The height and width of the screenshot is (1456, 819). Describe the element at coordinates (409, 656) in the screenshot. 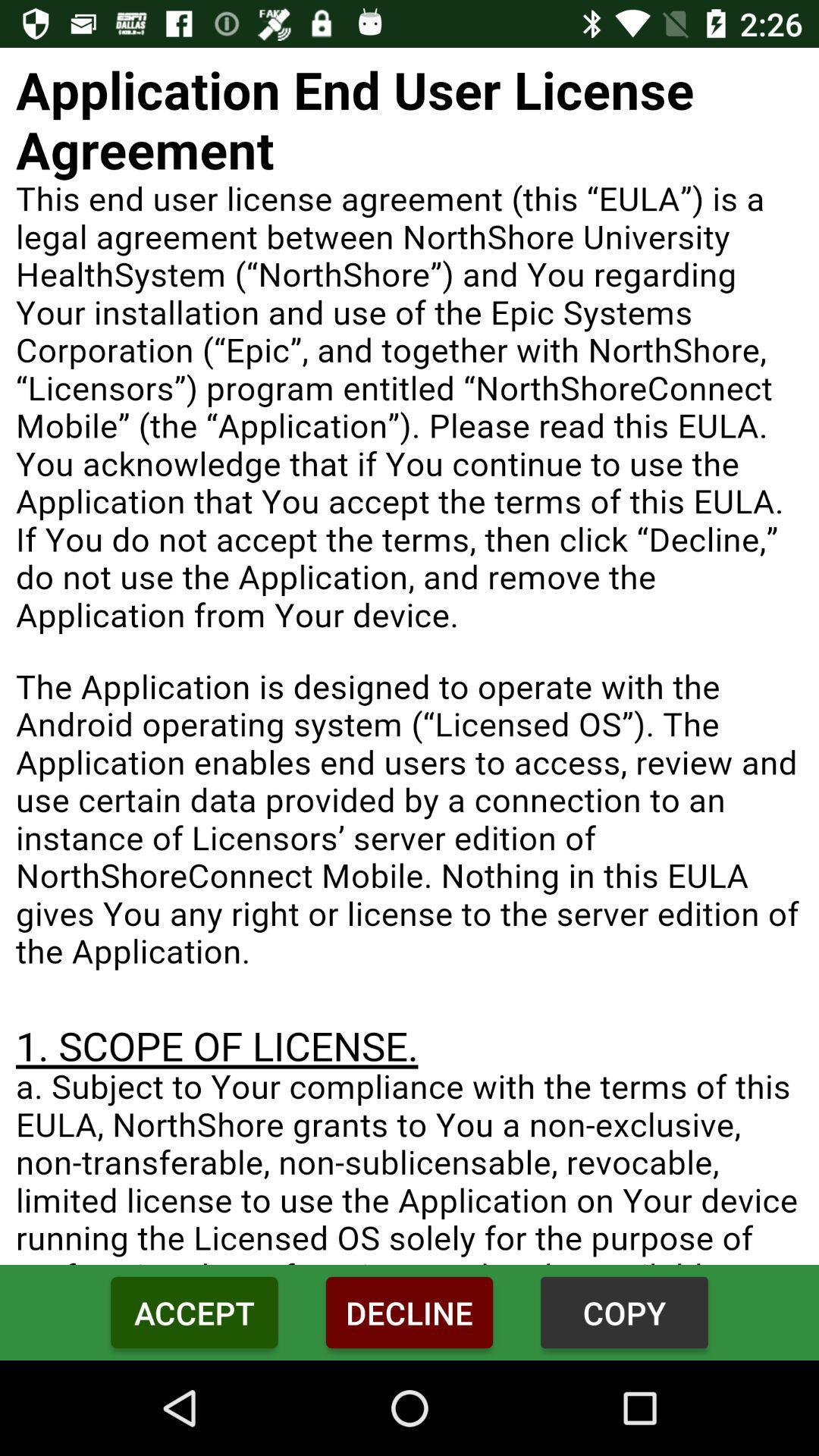

I see `screen` at that location.